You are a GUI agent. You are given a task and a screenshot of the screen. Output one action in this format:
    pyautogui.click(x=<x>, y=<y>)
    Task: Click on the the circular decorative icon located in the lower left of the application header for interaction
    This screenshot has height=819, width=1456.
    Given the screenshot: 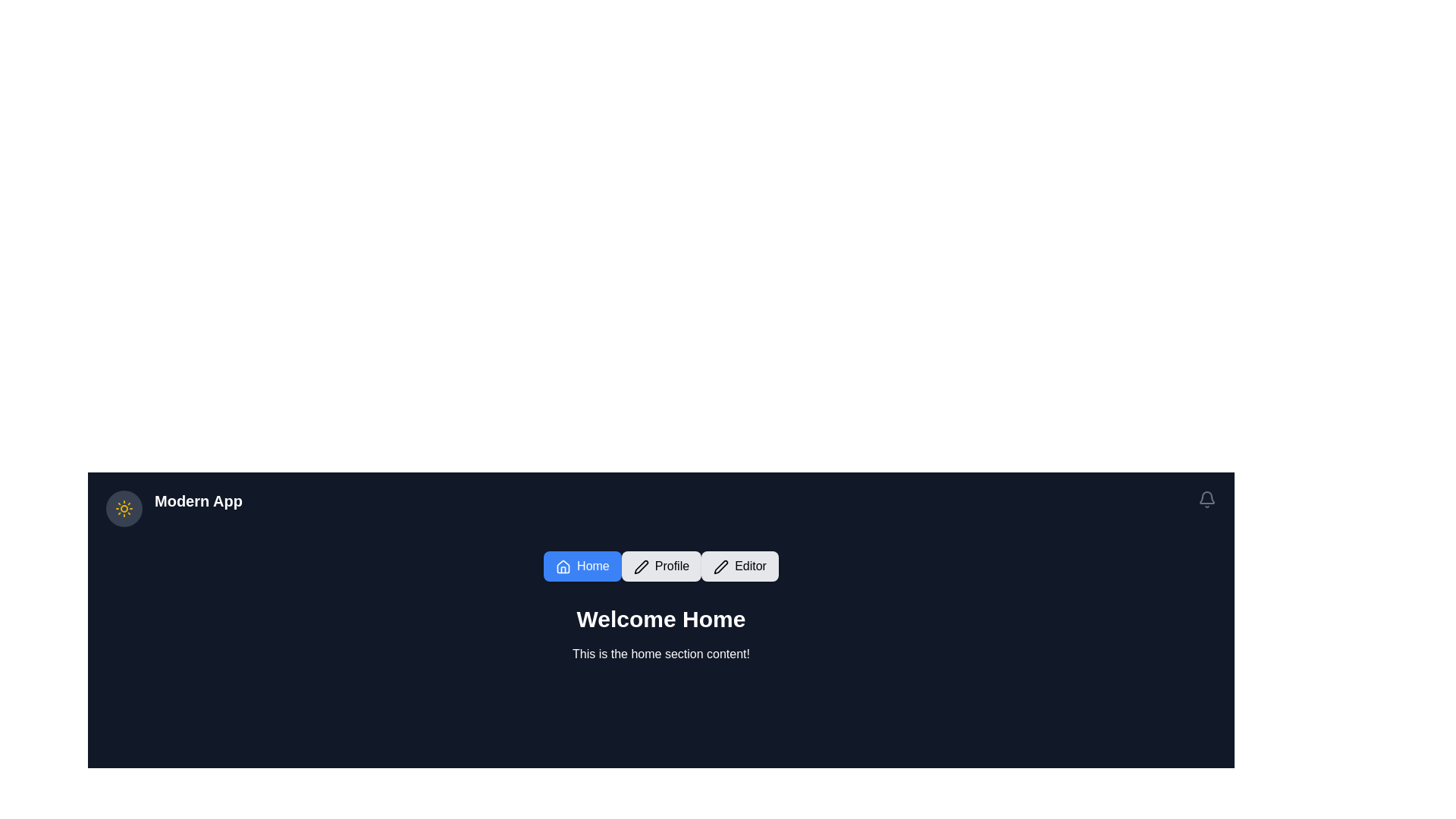 What is the action you would take?
    pyautogui.click(x=124, y=509)
    